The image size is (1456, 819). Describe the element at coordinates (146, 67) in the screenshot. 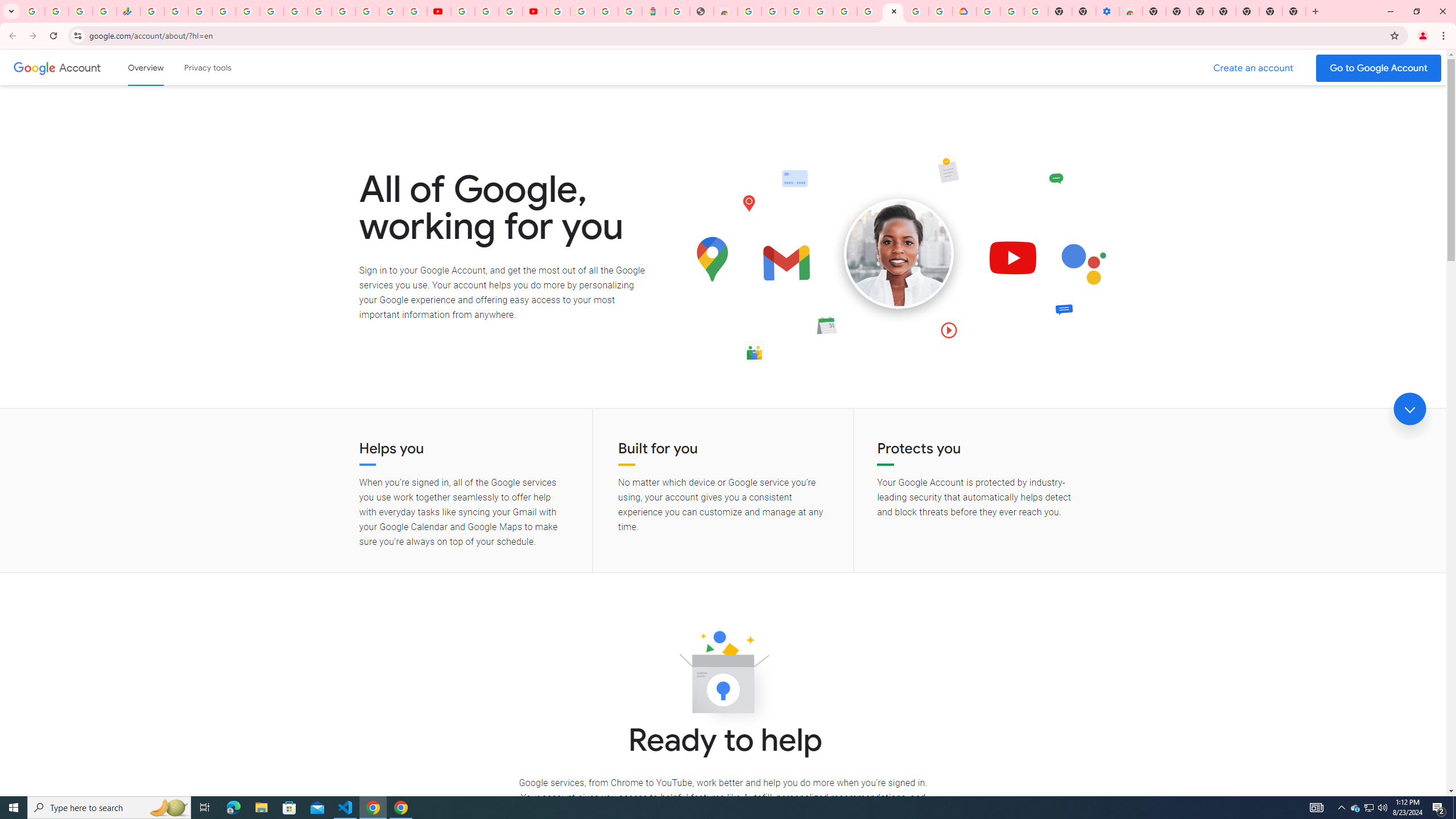

I see `'Google Account overview'` at that location.